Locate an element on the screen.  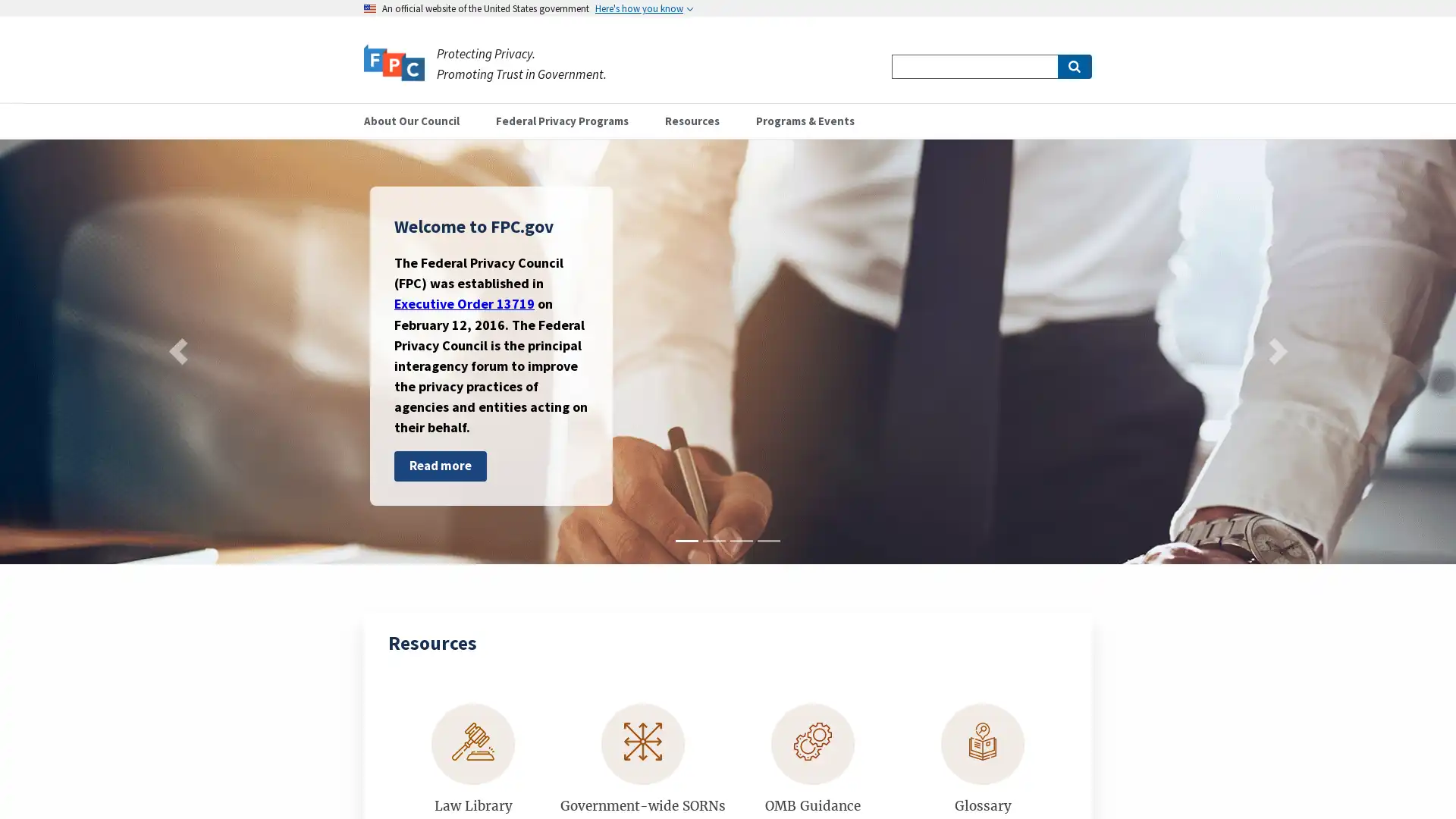
Federal Privacy Programs is located at coordinates (567, 120).